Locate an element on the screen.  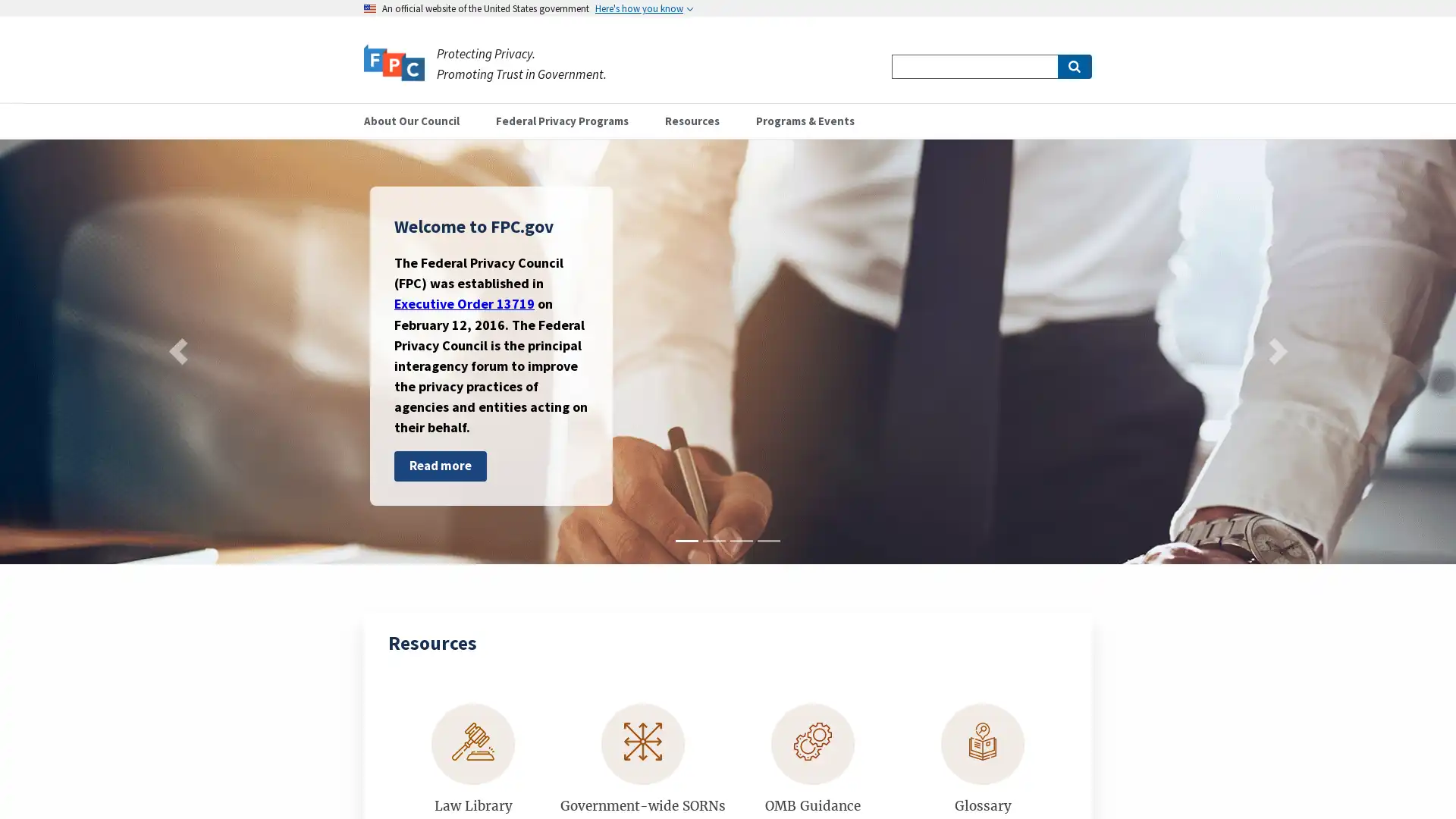
Federal Privacy Programs is located at coordinates (567, 120).